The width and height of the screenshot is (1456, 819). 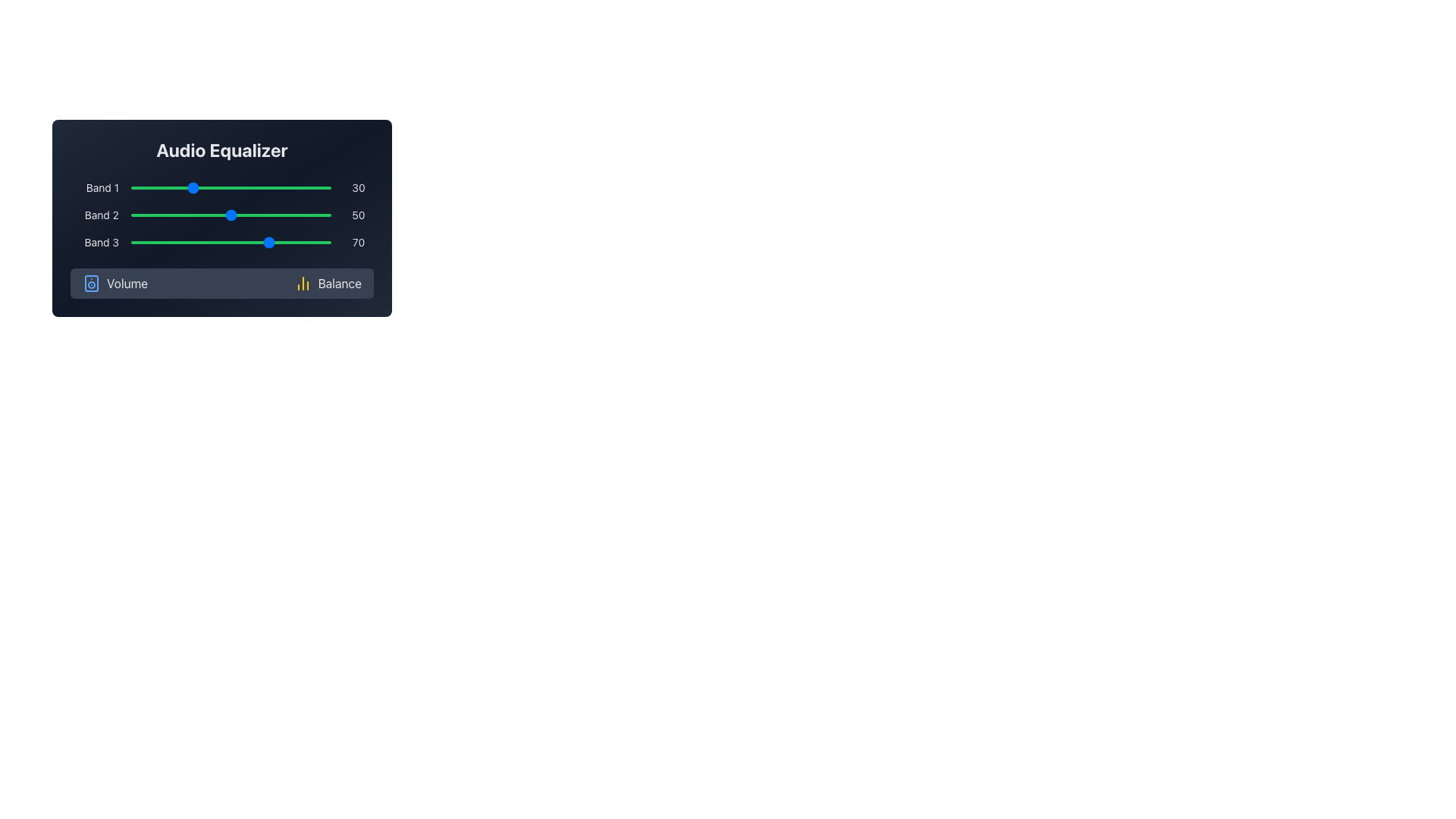 What do you see at coordinates (263, 187) in the screenshot?
I see `Band 1 equalizer value` at bounding box center [263, 187].